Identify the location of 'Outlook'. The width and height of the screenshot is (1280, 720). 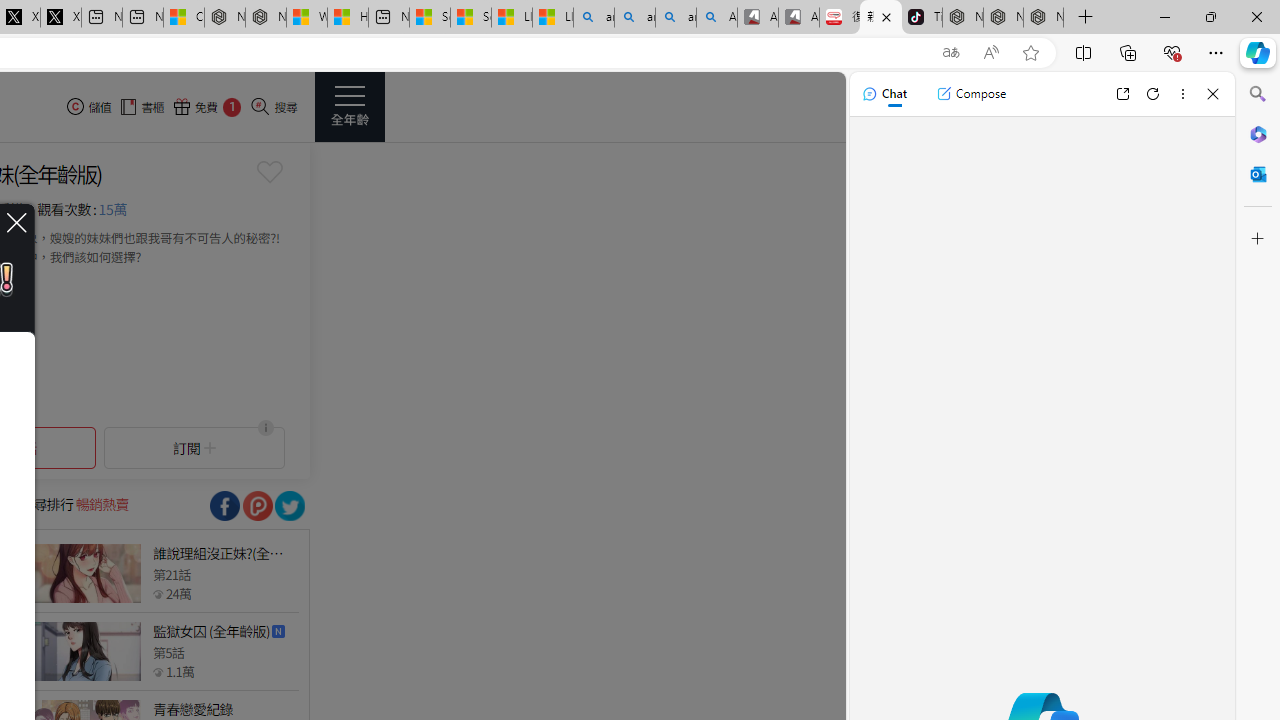
(1257, 173).